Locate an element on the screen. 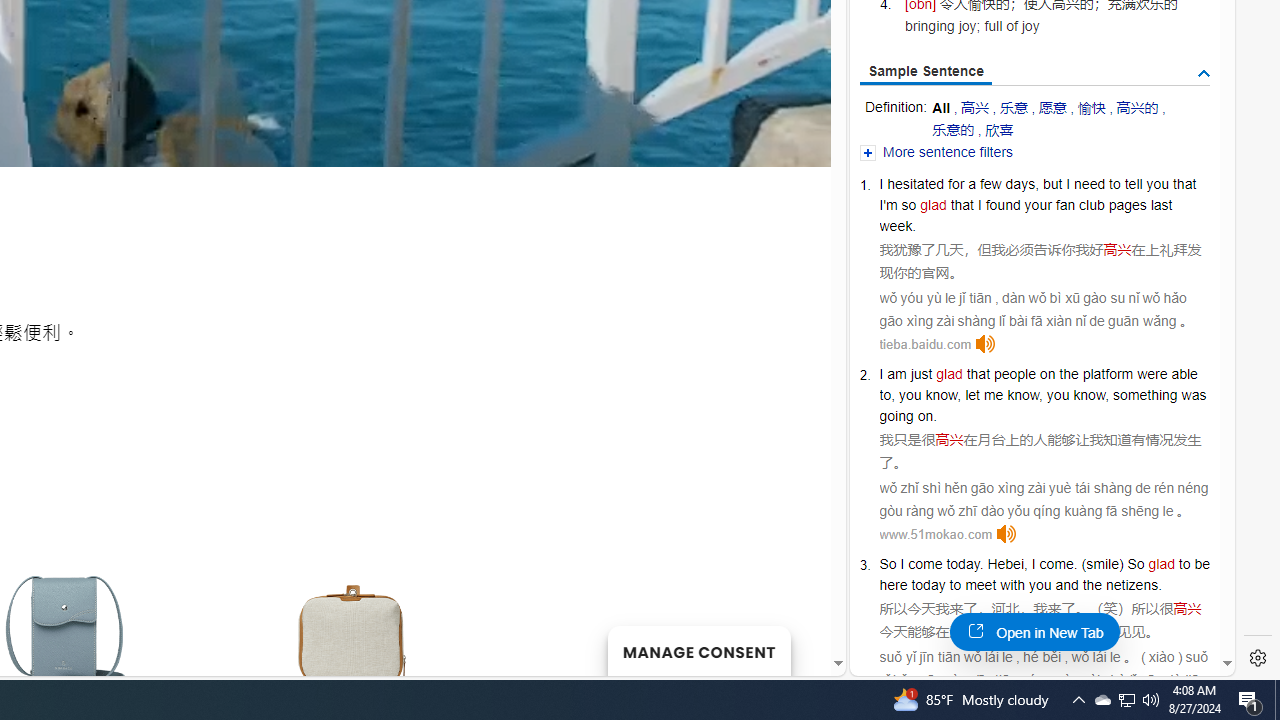 This screenshot has width=1280, height=720. 'www.51mokao.com' is located at coordinates (935, 533).